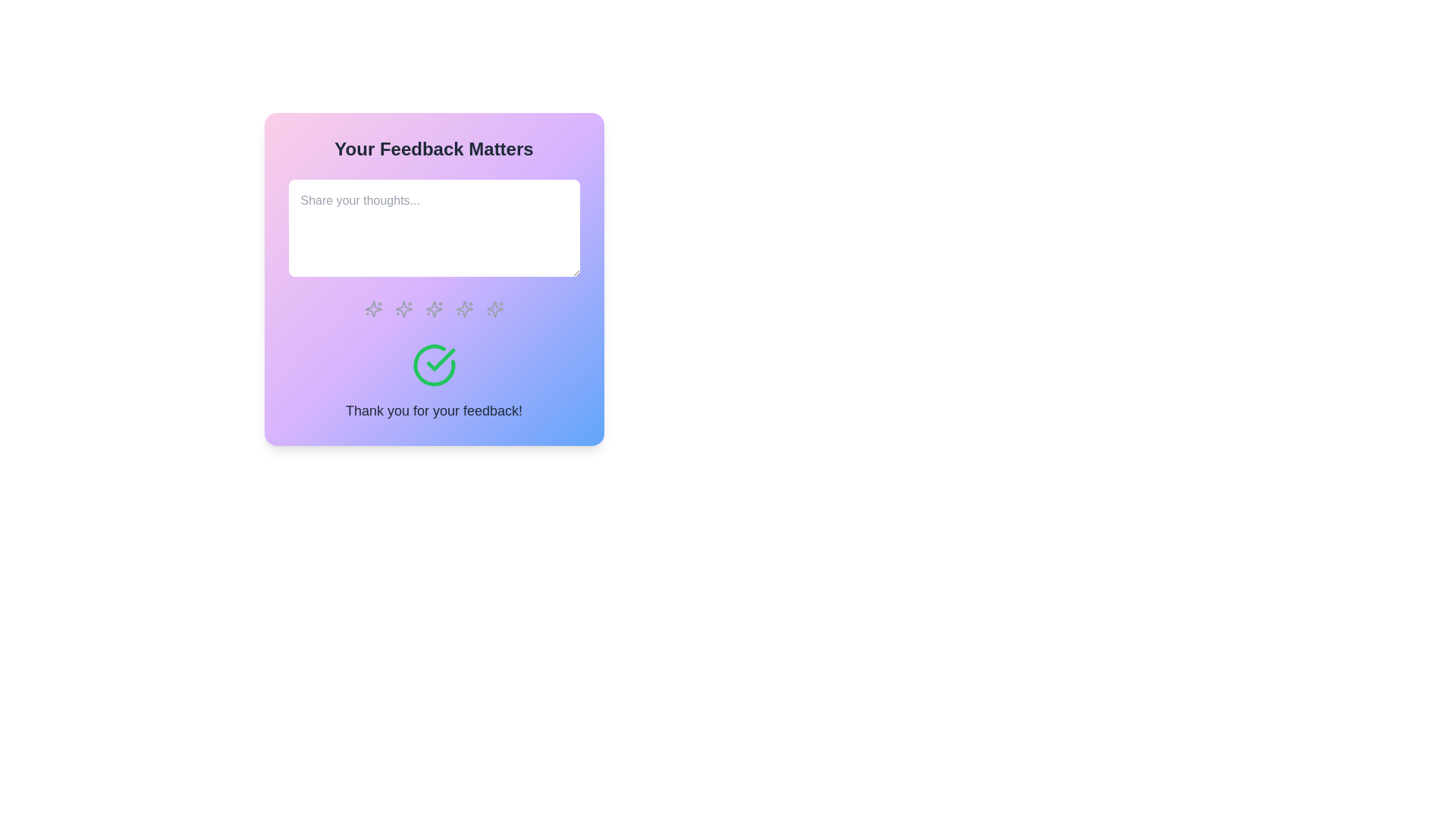 Image resolution: width=1456 pixels, height=819 pixels. What do you see at coordinates (463, 309) in the screenshot?
I see `the sparkly star icon, which is the third icon in a row of five` at bounding box center [463, 309].